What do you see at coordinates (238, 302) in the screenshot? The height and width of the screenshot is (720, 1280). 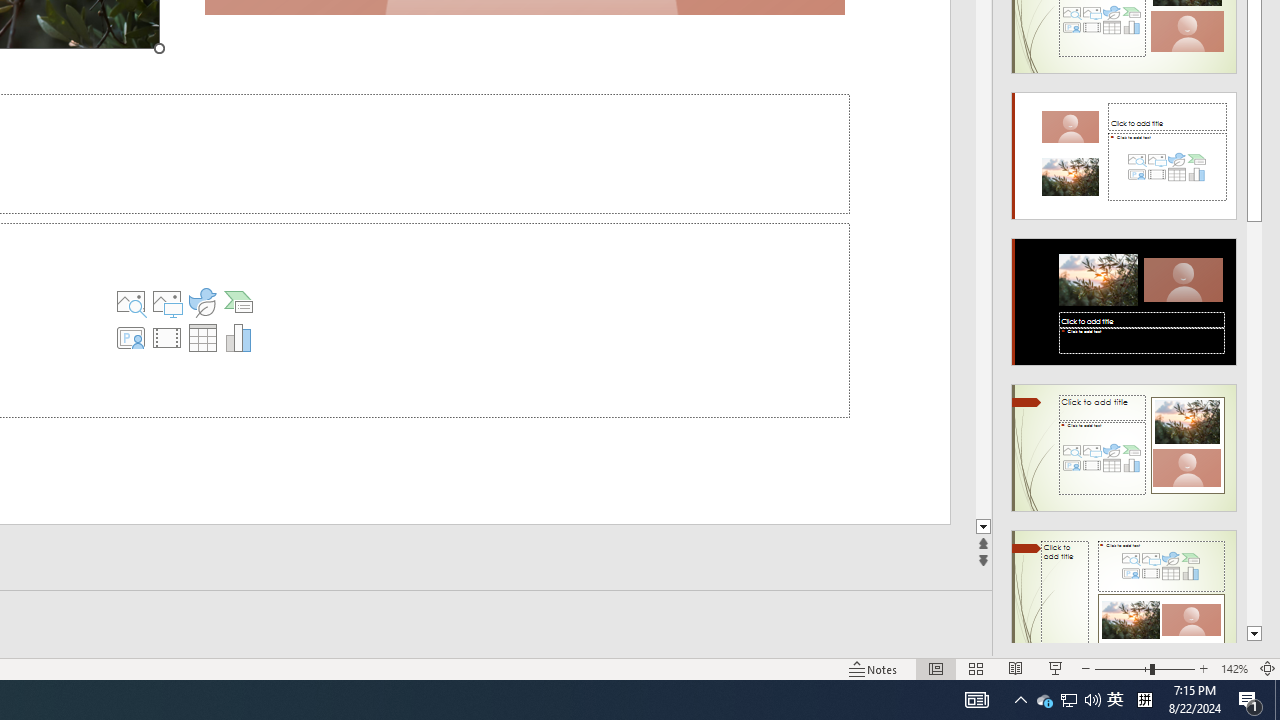 I see `'Insert a SmartArt Graphic'` at bounding box center [238, 302].